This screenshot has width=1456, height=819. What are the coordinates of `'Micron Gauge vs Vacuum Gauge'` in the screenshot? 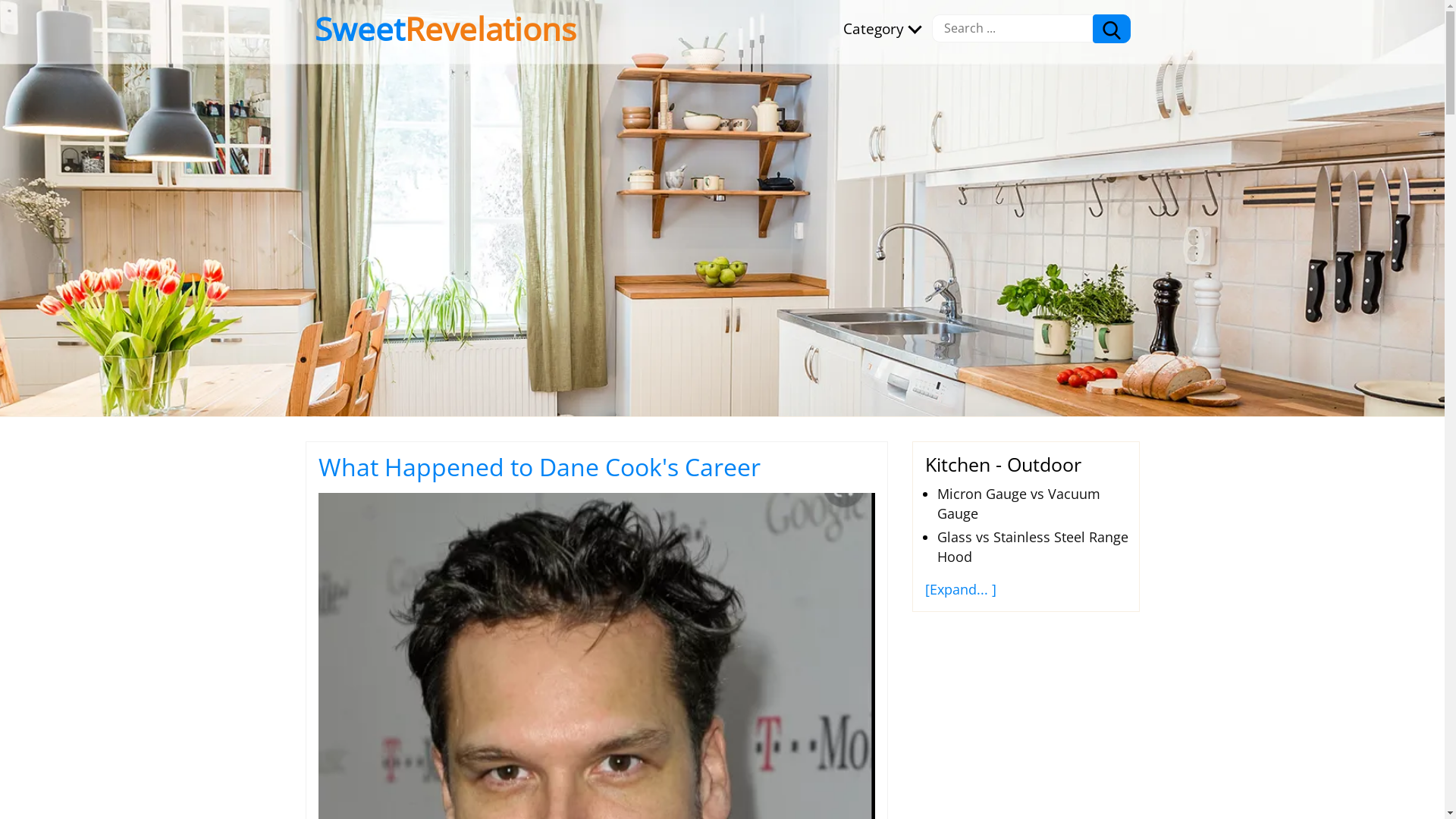 It's located at (1018, 503).